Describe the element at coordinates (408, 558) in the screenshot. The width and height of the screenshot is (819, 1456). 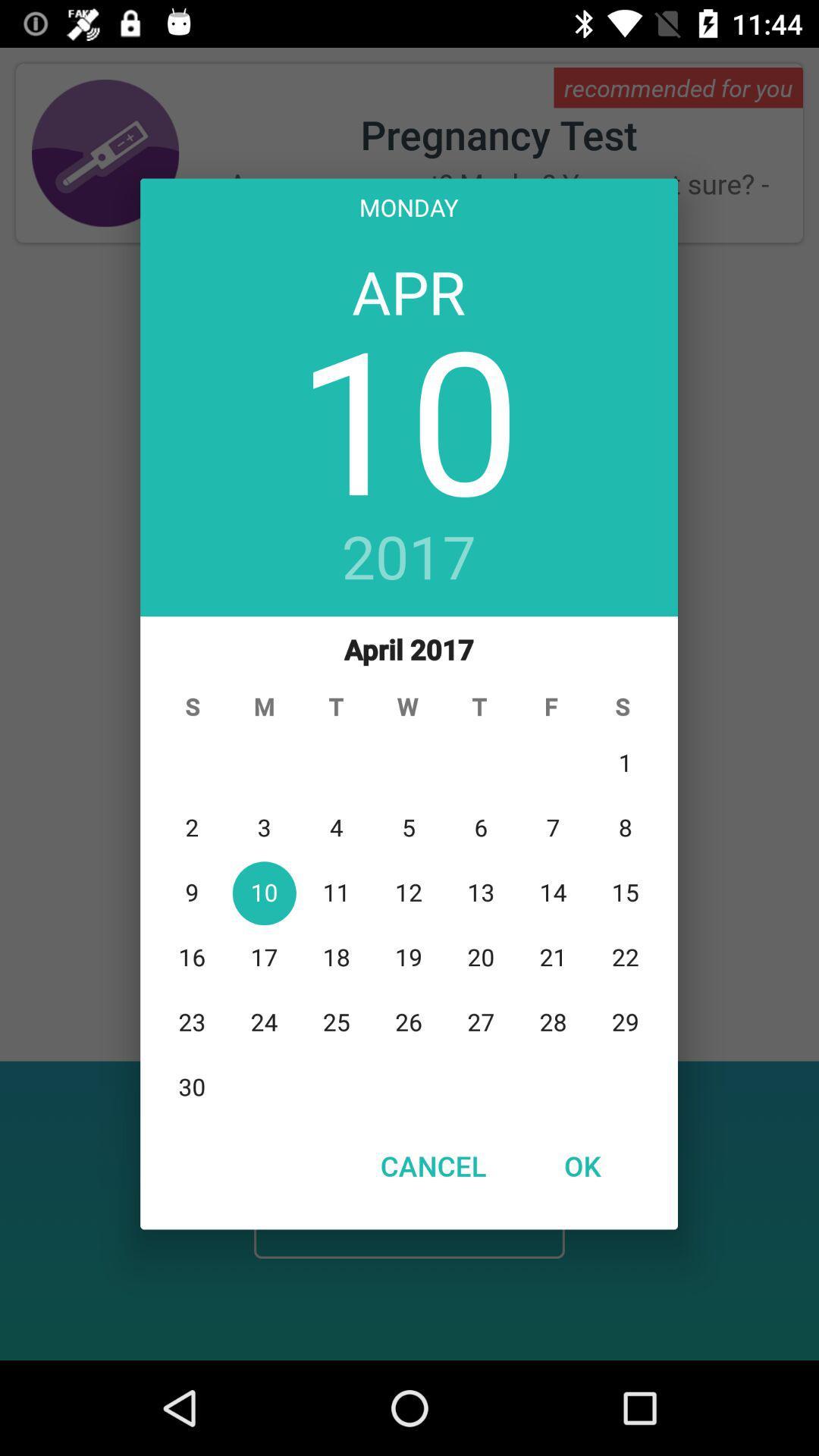
I see `app below the 10 app` at that location.